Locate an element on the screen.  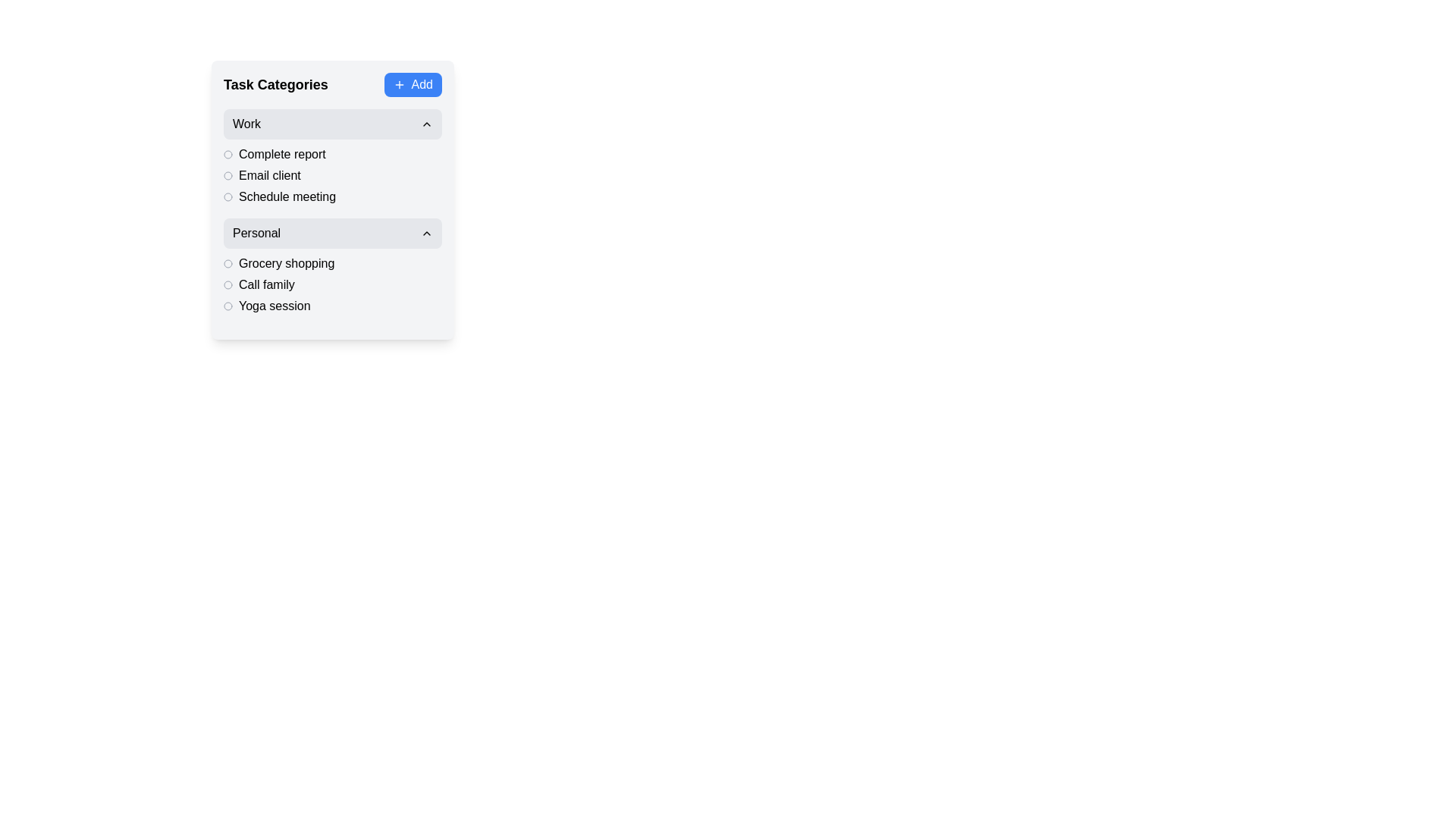
the chevron indicator at the right end of the 'Personal' category bar is located at coordinates (425, 234).